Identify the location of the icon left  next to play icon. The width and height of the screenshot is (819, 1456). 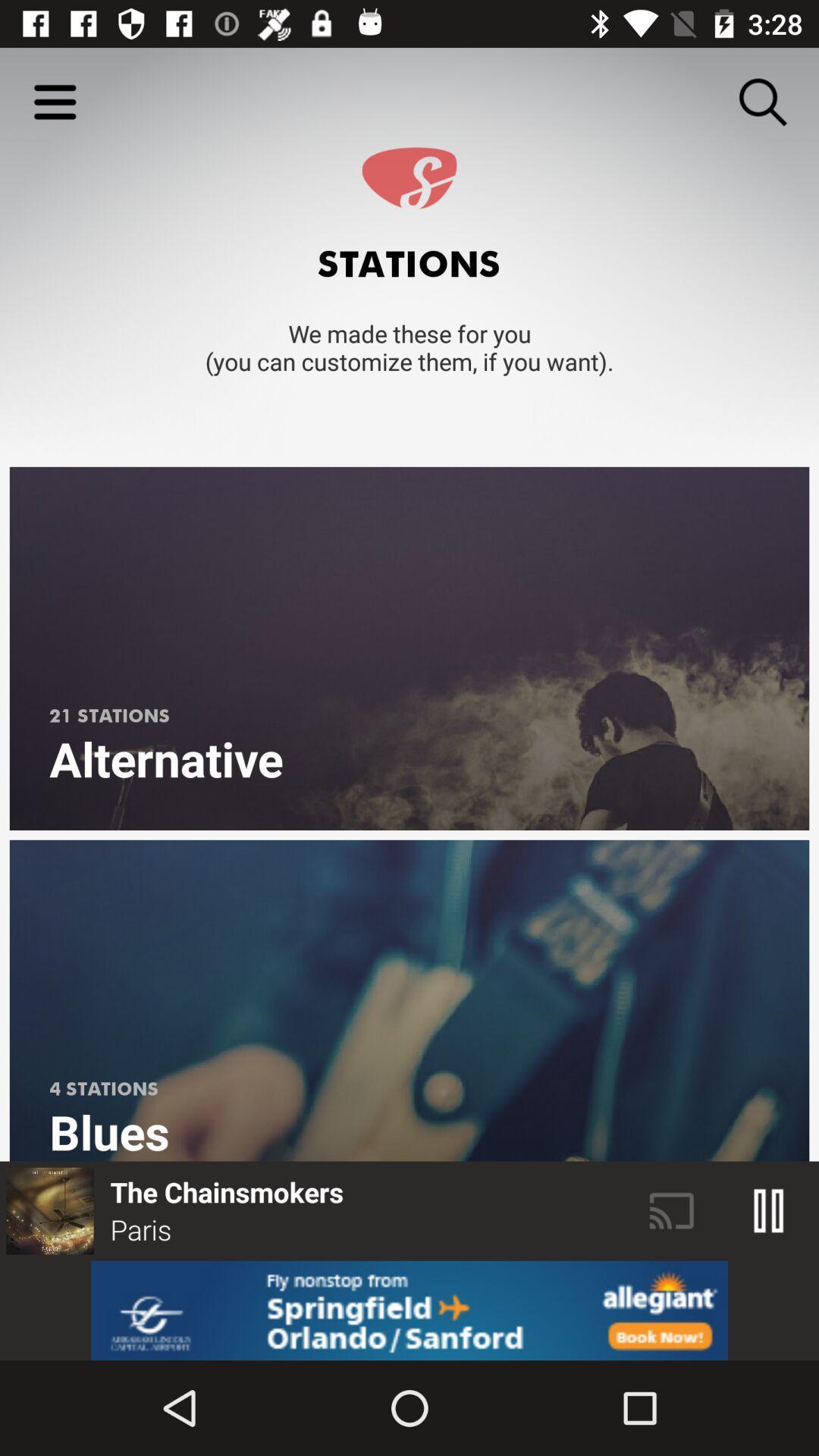
(671, 1210).